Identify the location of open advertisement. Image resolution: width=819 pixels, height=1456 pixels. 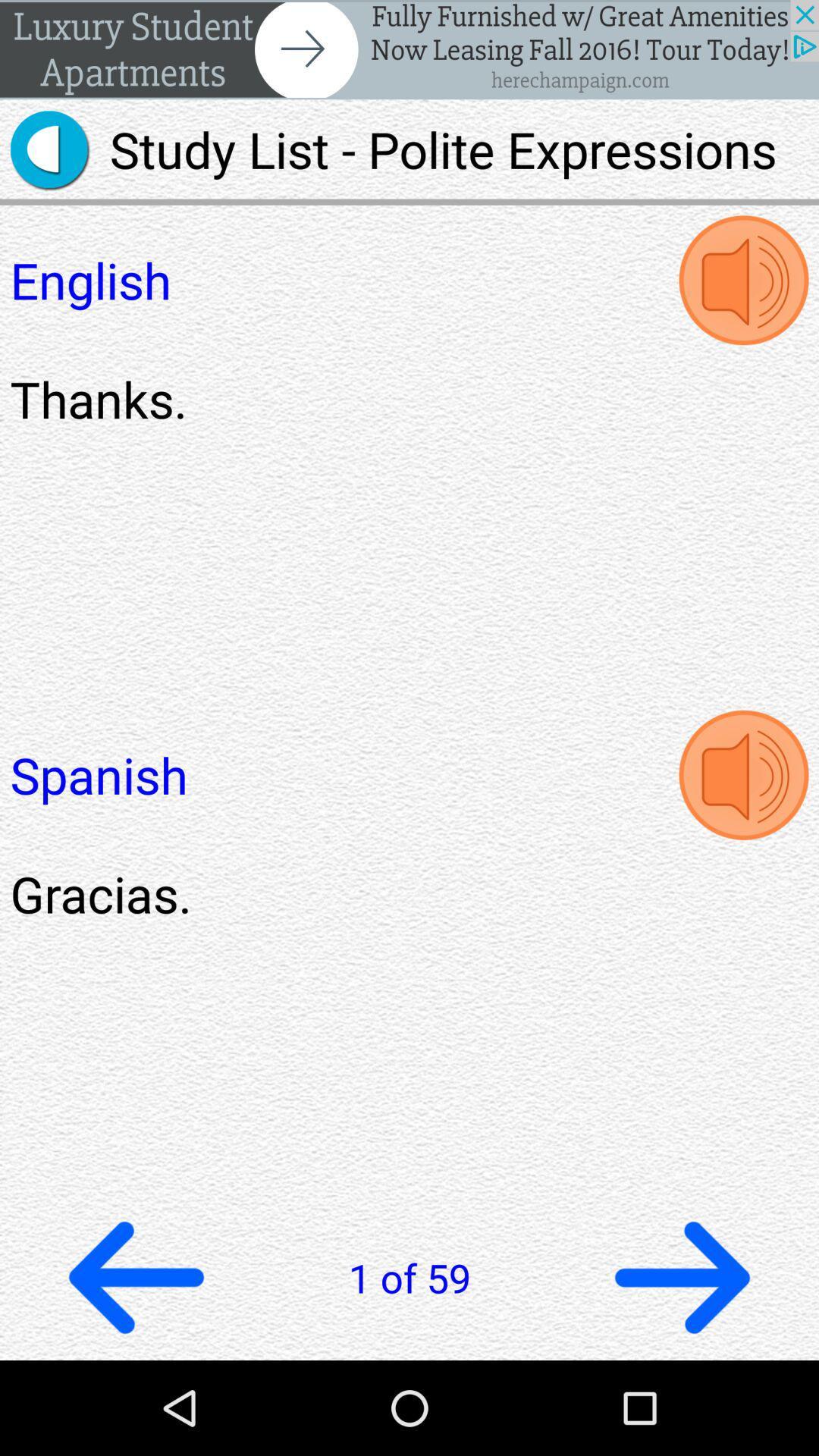
(409, 49).